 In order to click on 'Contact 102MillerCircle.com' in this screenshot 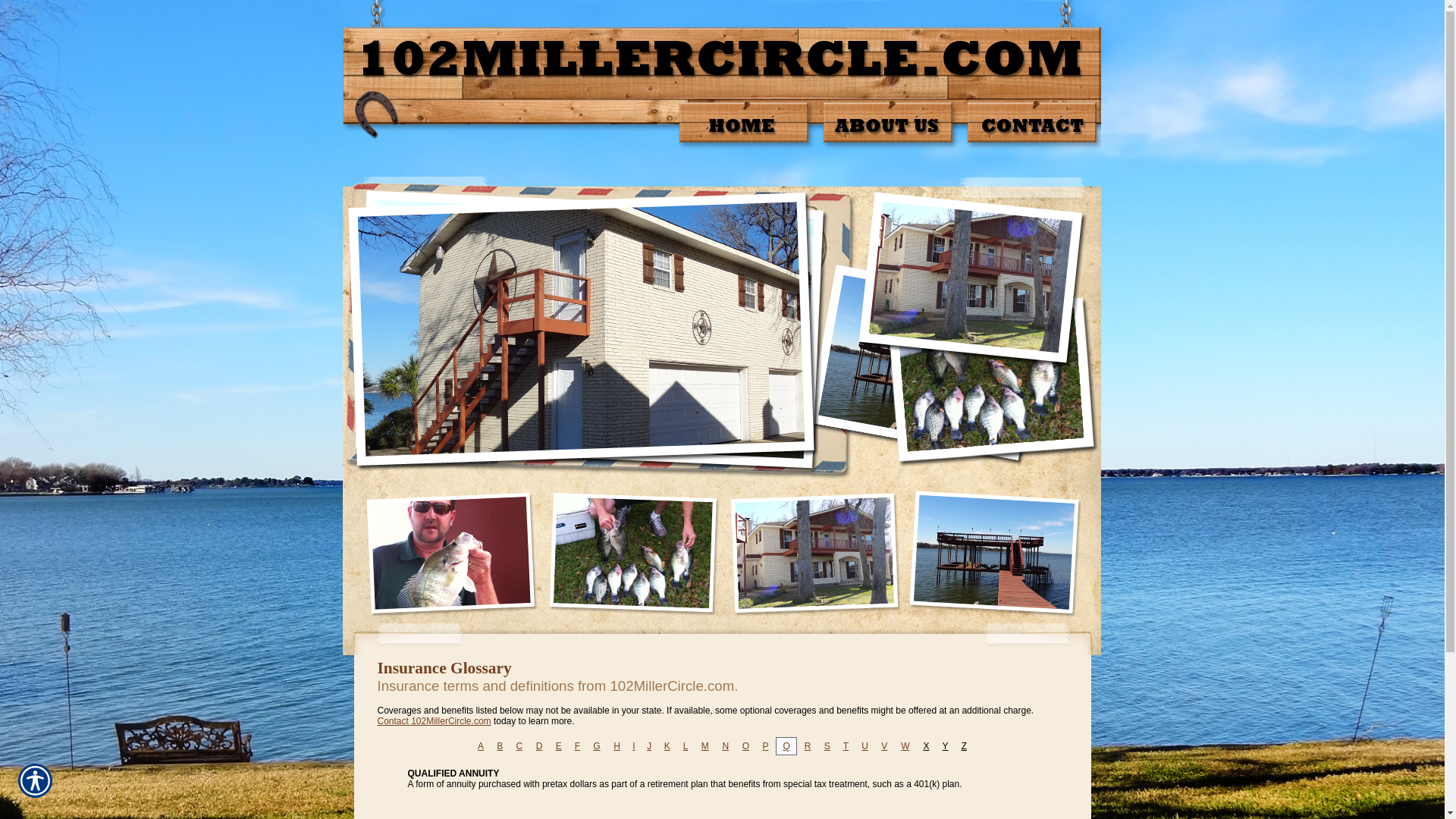, I will do `click(433, 720)`.